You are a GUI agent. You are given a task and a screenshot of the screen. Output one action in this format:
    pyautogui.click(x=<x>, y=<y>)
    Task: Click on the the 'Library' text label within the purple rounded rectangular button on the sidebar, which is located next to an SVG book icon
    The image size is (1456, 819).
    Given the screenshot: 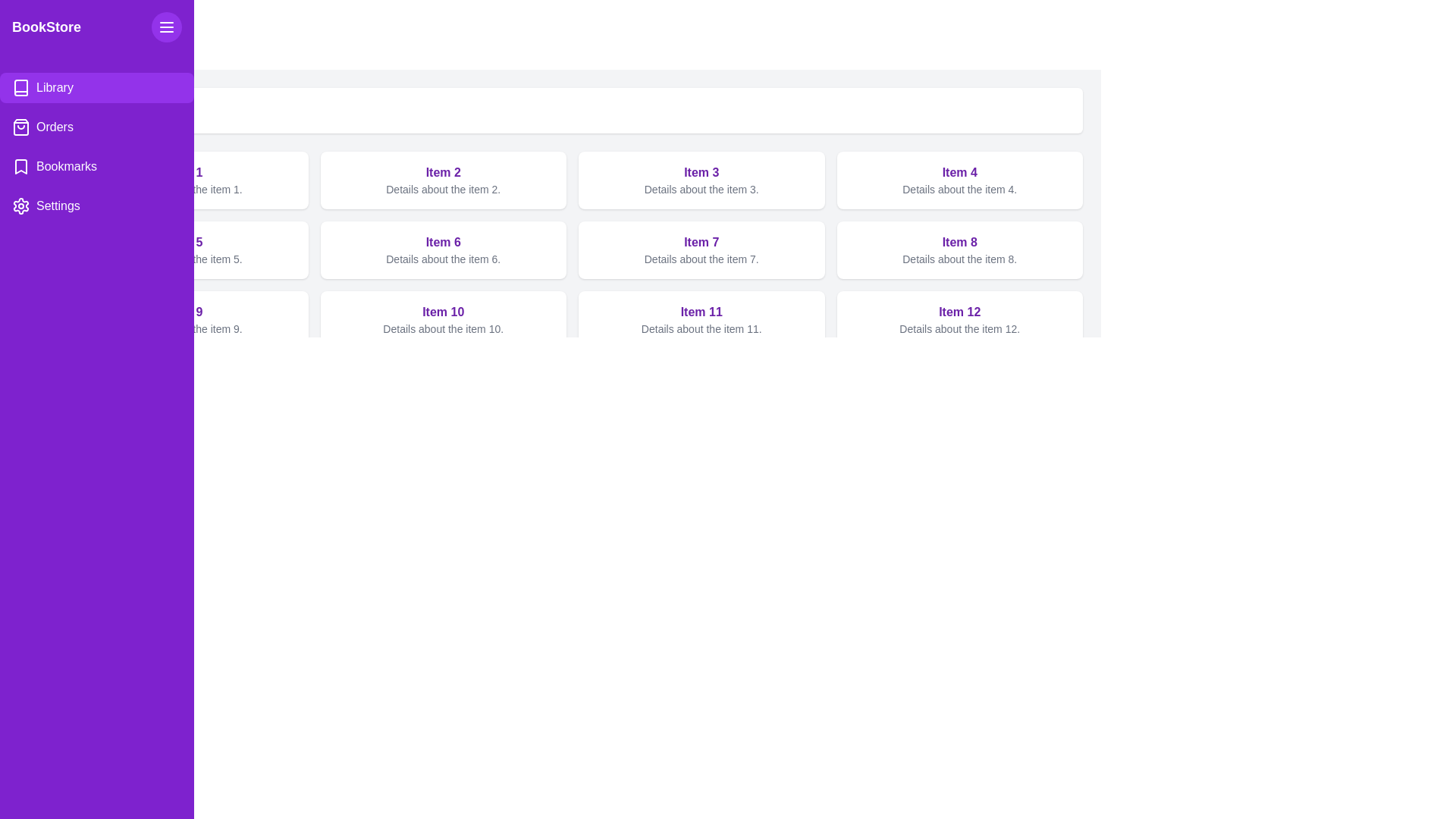 What is the action you would take?
    pyautogui.click(x=55, y=87)
    